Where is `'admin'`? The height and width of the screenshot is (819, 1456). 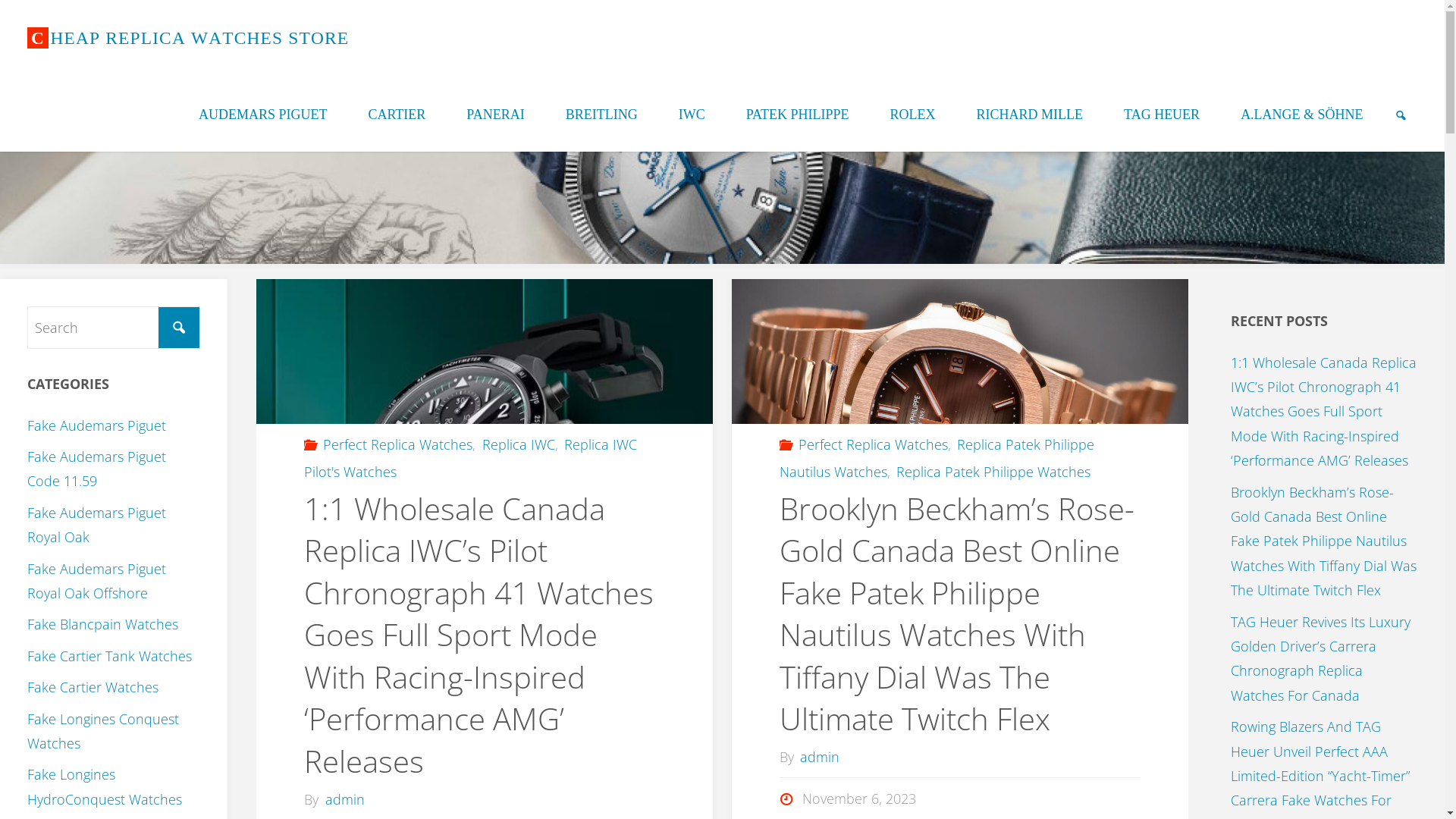
'admin' is located at coordinates (322, 798).